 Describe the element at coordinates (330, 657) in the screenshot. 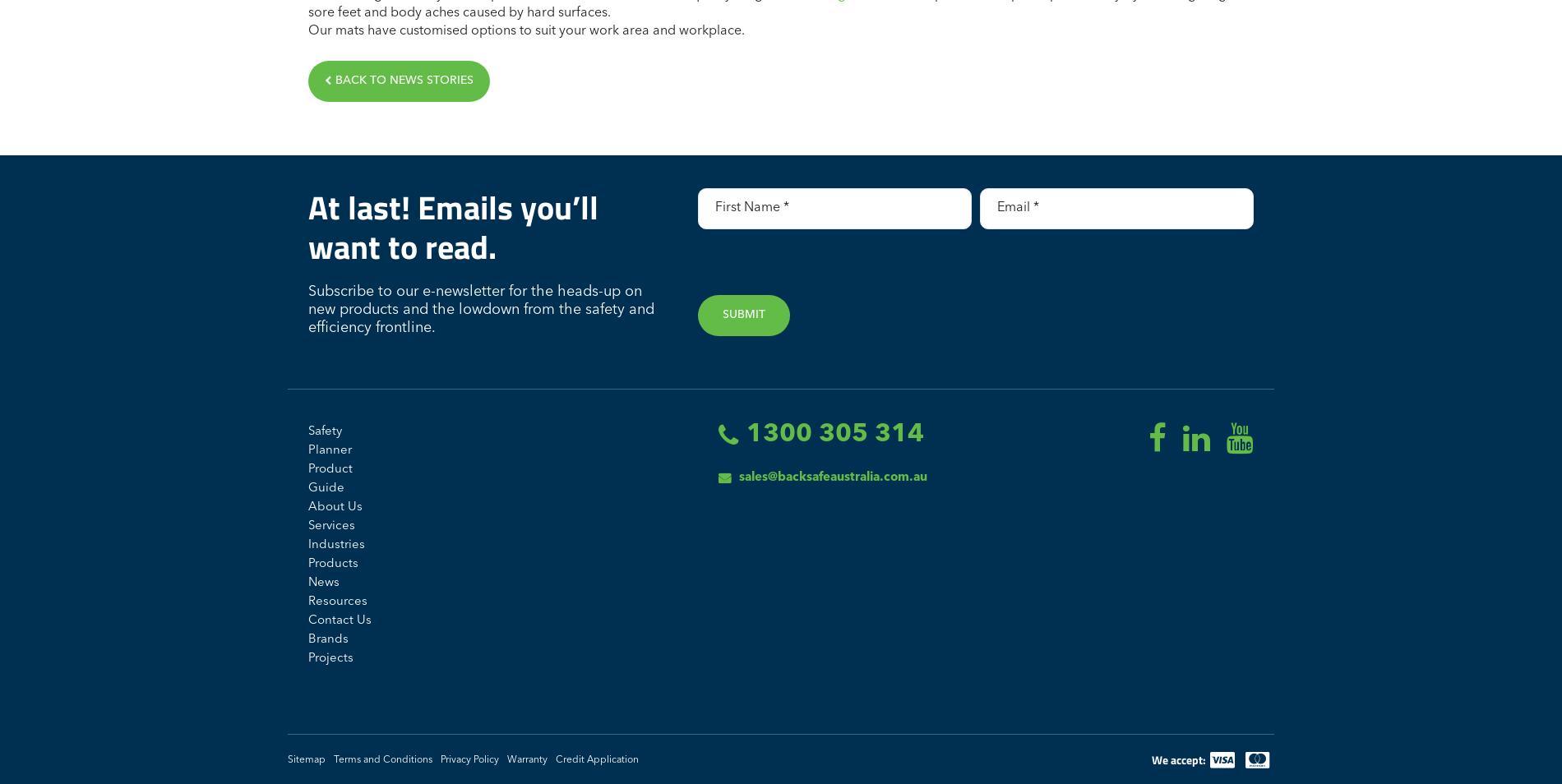

I see `'Projects'` at that location.